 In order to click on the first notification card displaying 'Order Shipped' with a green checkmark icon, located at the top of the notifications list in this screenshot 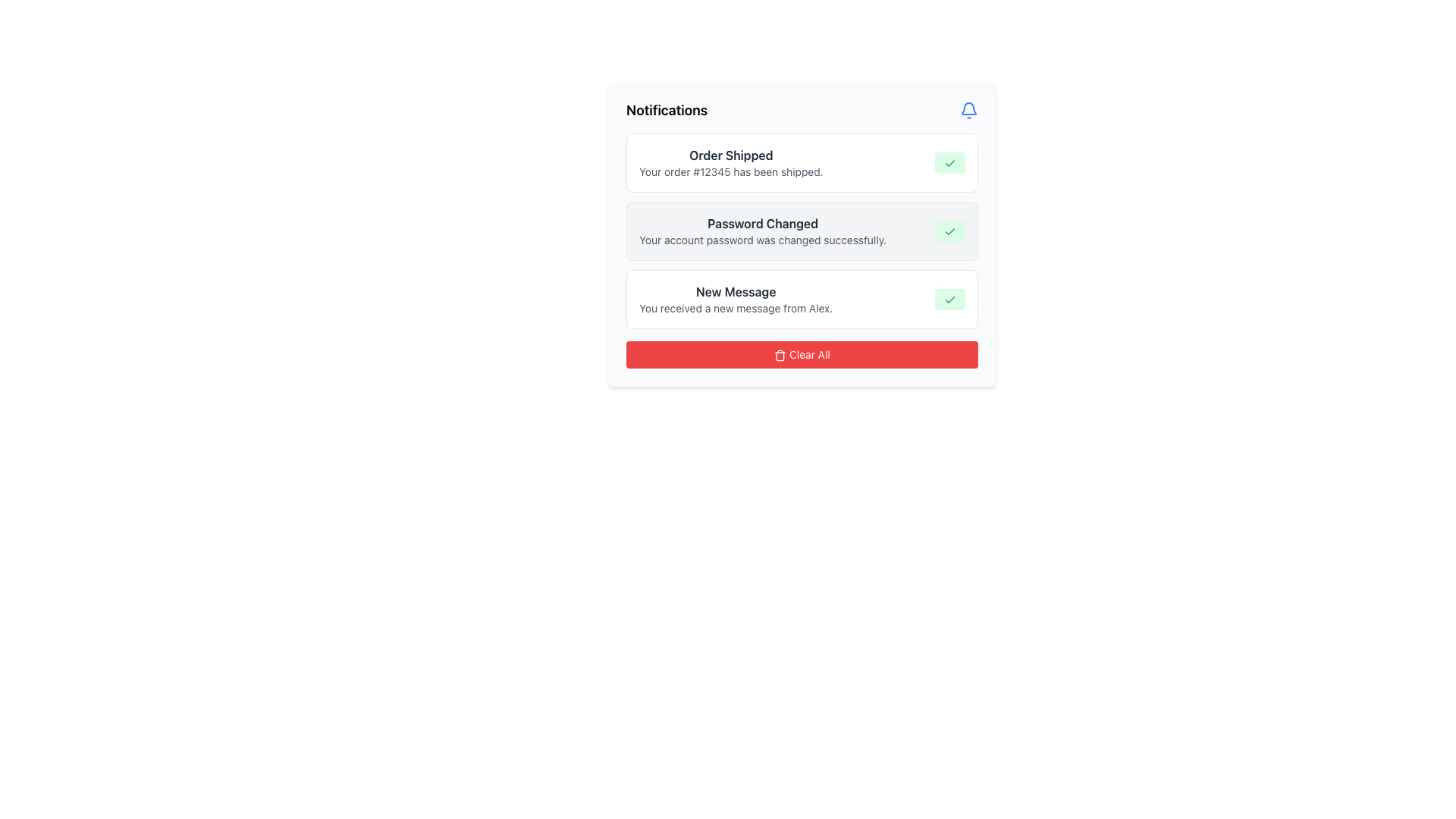, I will do `click(801, 163)`.